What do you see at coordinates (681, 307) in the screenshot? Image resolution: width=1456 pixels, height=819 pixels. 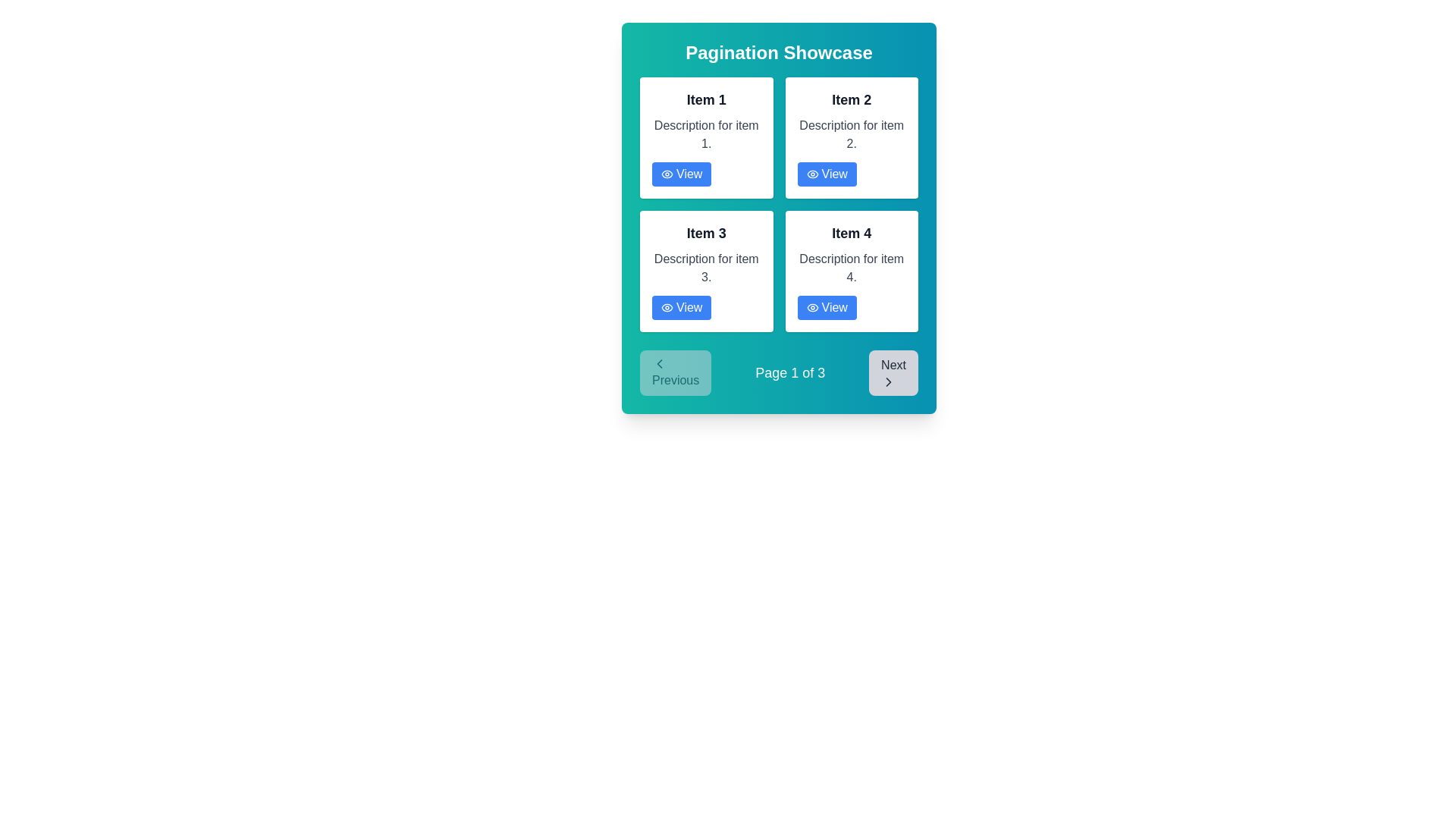 I see `the 'View' button with a blue background and white text, located below 'Item 3' in the lower-left quadrant of the grid layout` at bounding box center [681, 307].